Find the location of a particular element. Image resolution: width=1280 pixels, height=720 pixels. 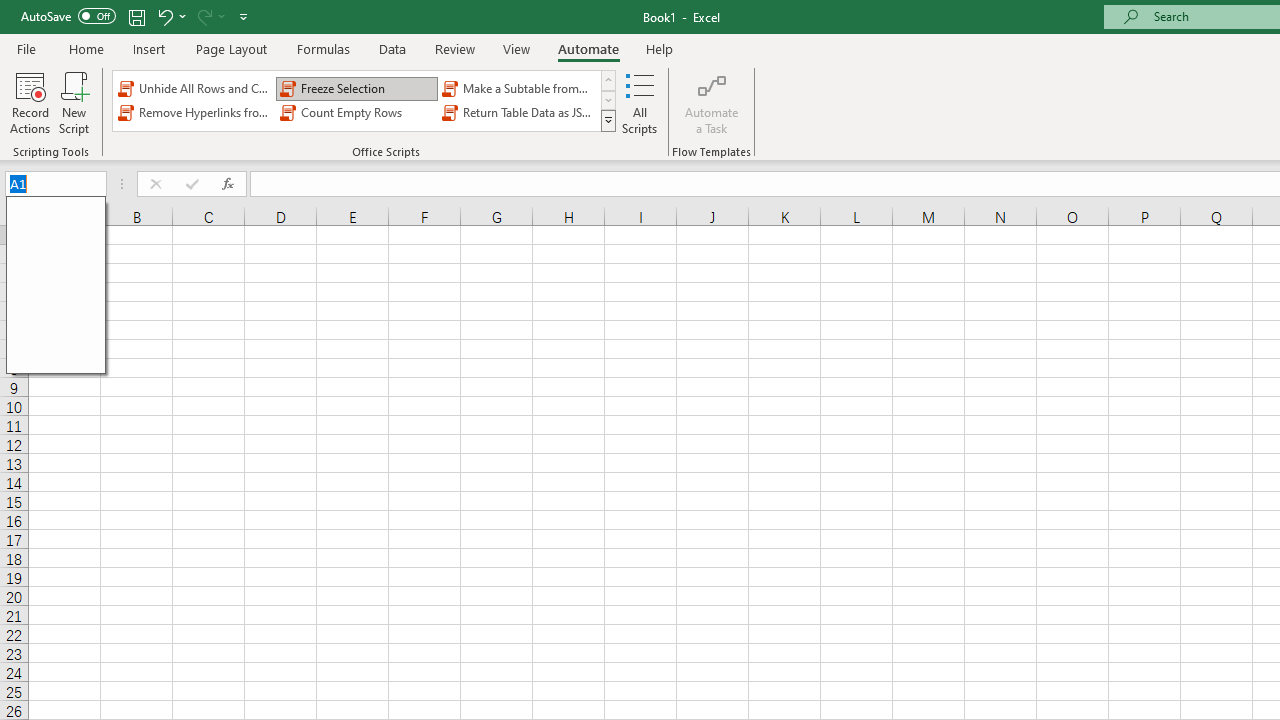

'All Scripts' is located at coordinates (640, 103).